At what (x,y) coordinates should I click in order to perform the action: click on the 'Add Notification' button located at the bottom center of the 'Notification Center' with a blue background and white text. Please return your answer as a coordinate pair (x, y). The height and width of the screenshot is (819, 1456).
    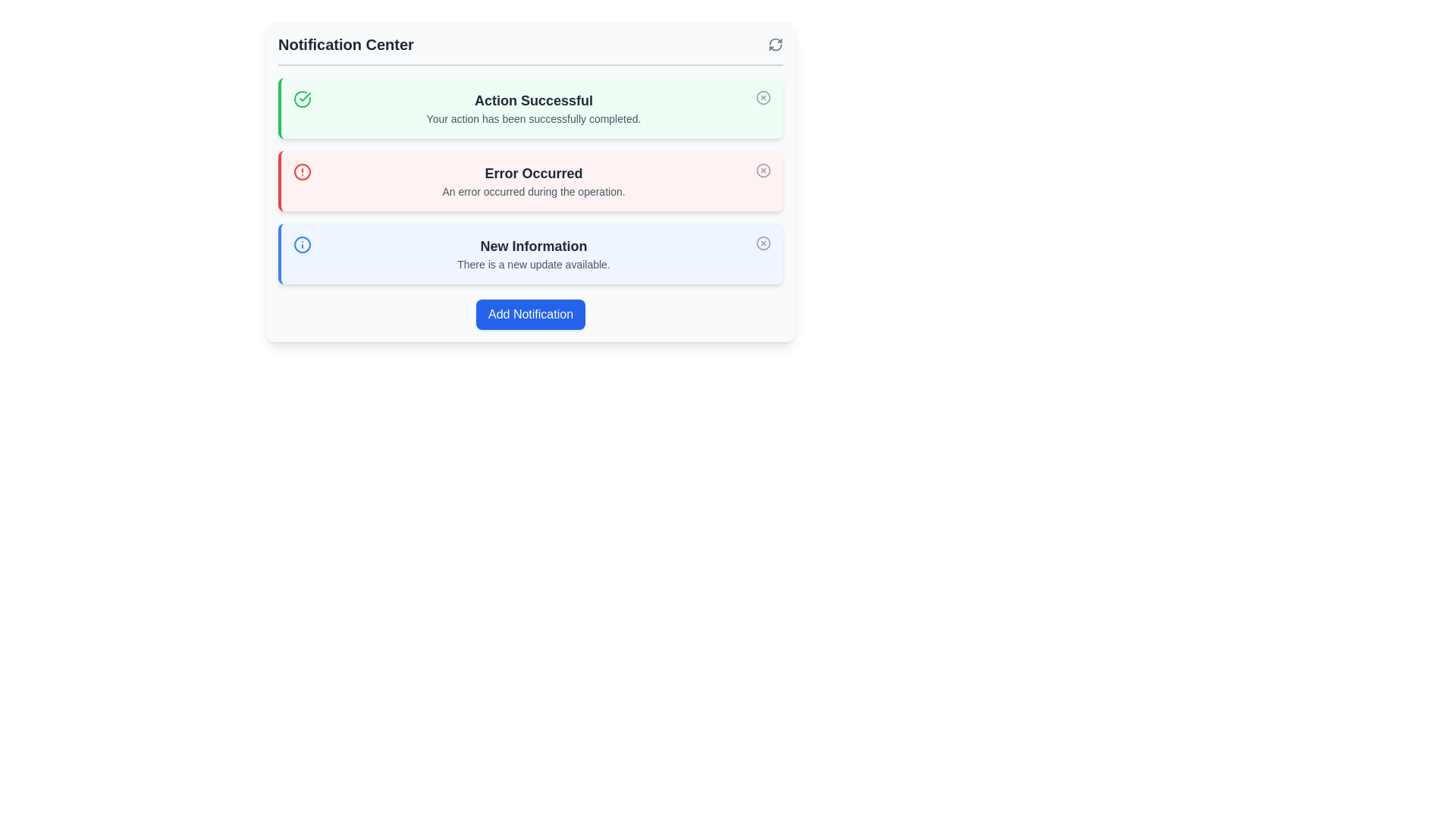
    Looking at the image, I should click on (531, 314).